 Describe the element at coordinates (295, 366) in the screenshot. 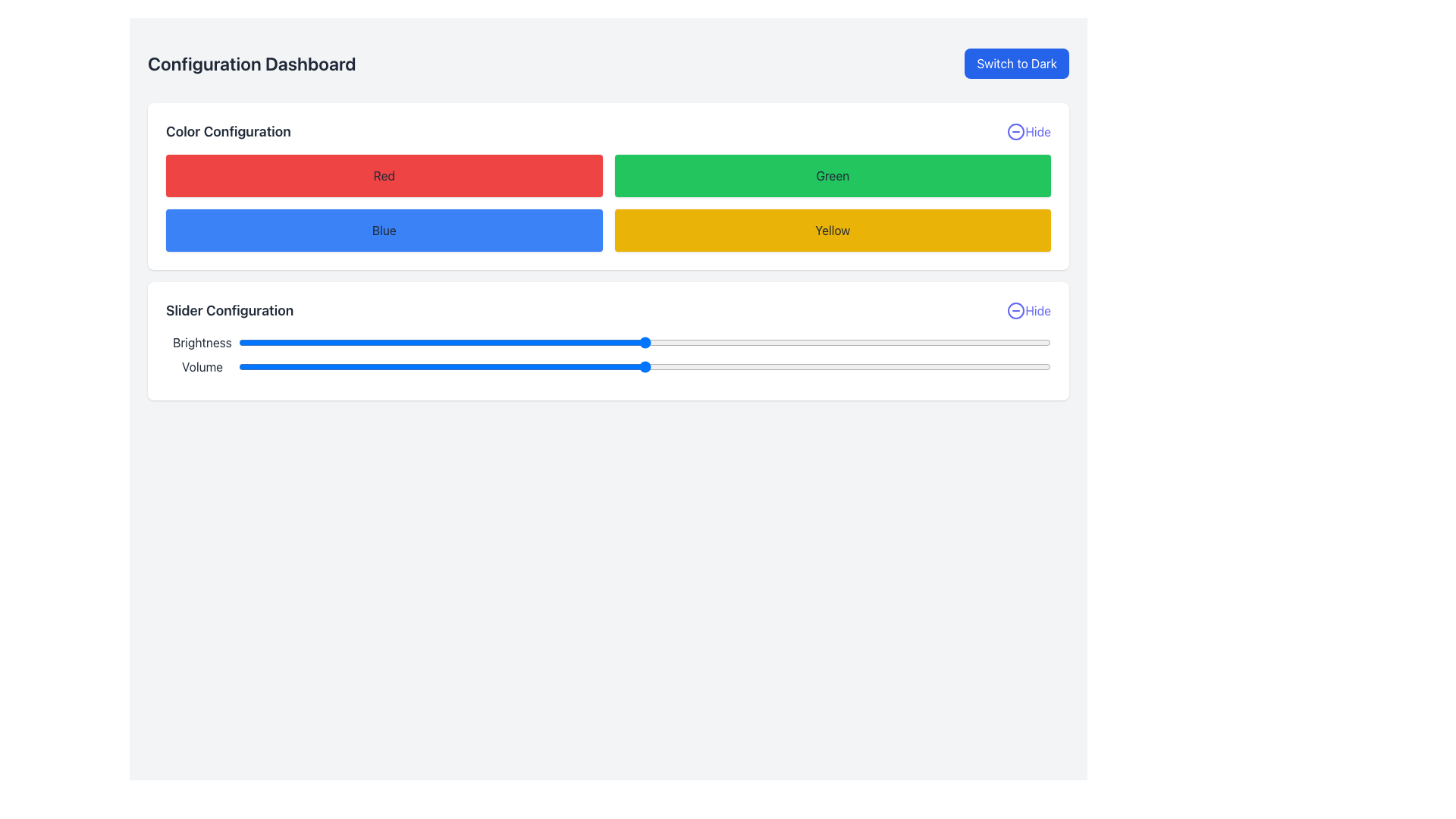

I see `volume` at that location.